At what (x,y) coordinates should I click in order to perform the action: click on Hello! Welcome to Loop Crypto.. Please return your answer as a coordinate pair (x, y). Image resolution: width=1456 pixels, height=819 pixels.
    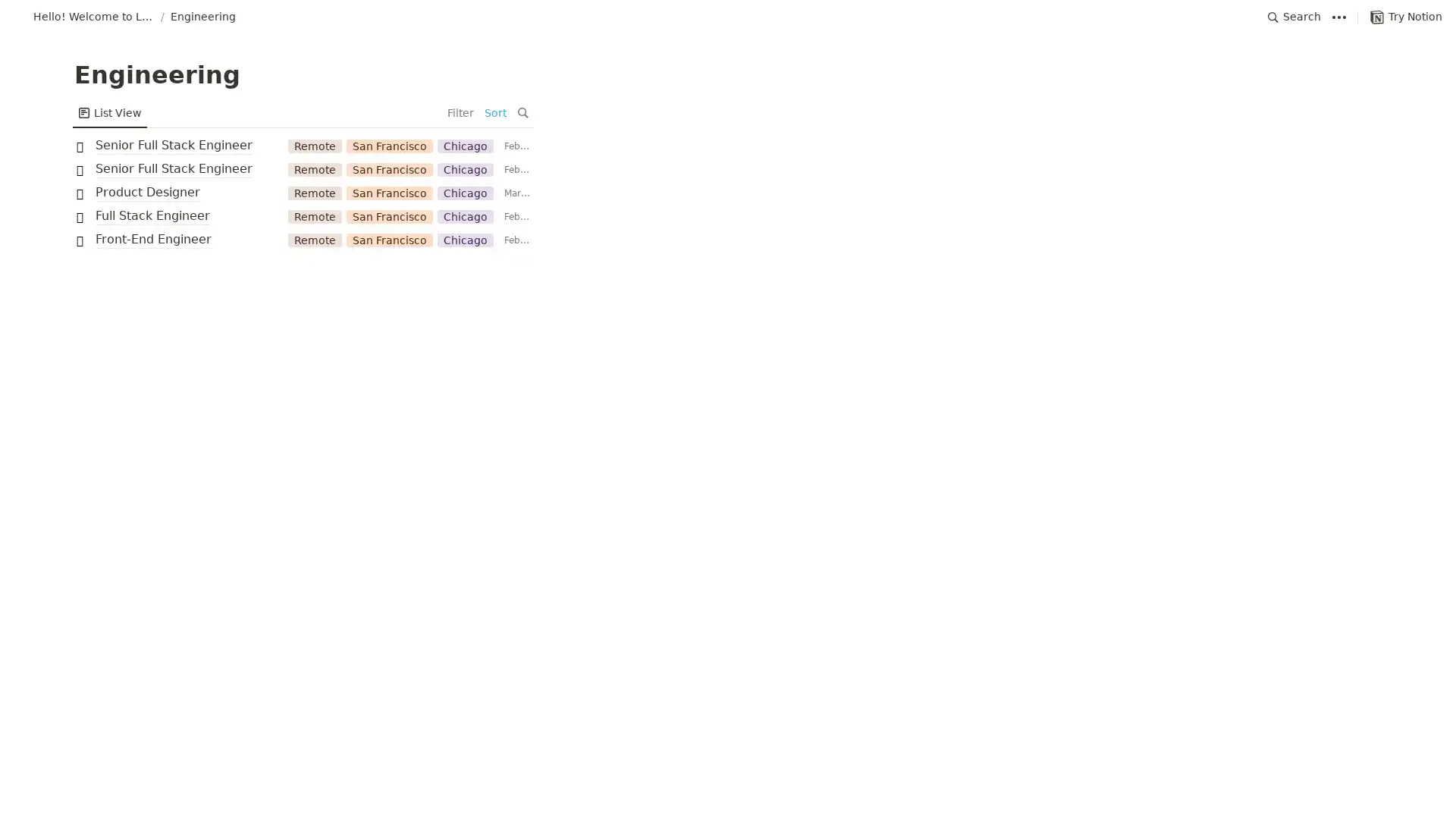
    Looking at the image, I should click on (83, 17).